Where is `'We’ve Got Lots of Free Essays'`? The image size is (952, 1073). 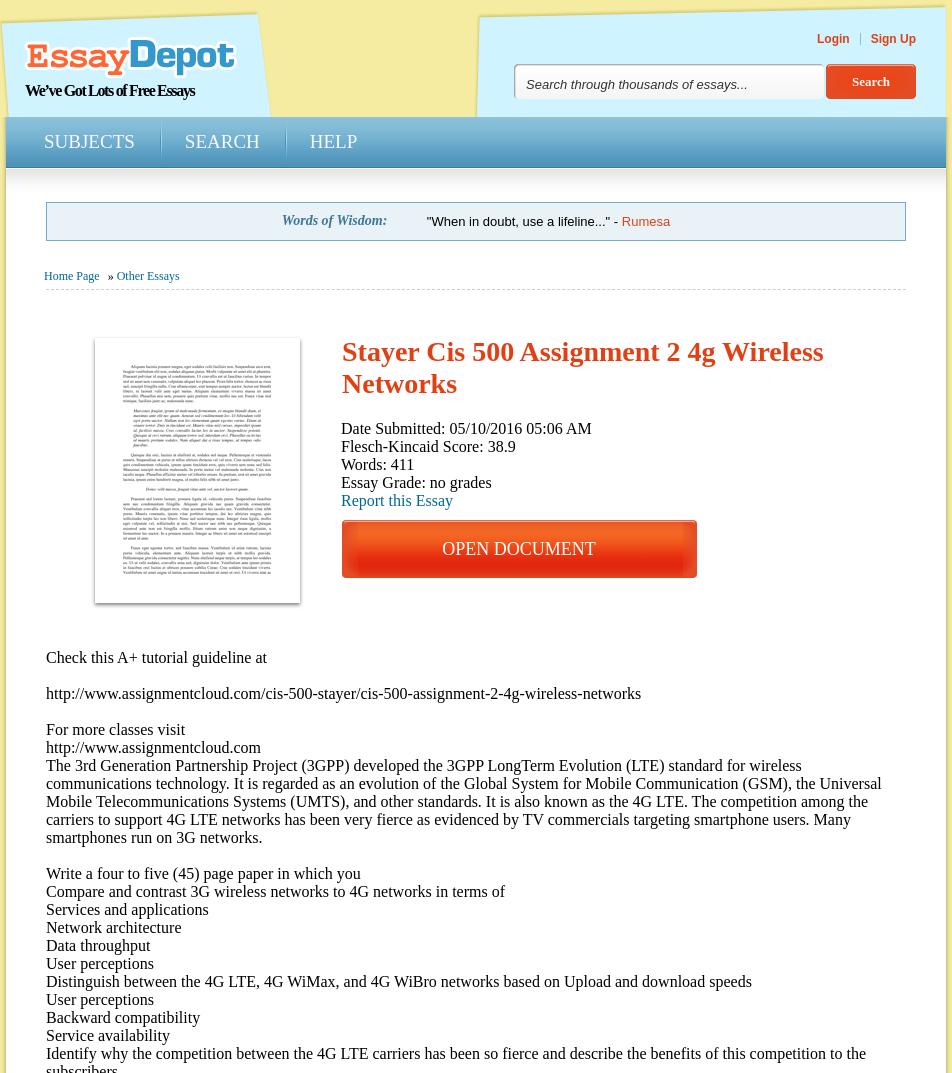 'We’ve Got Lots of Free Essays' is located at coordinates (25, 90).